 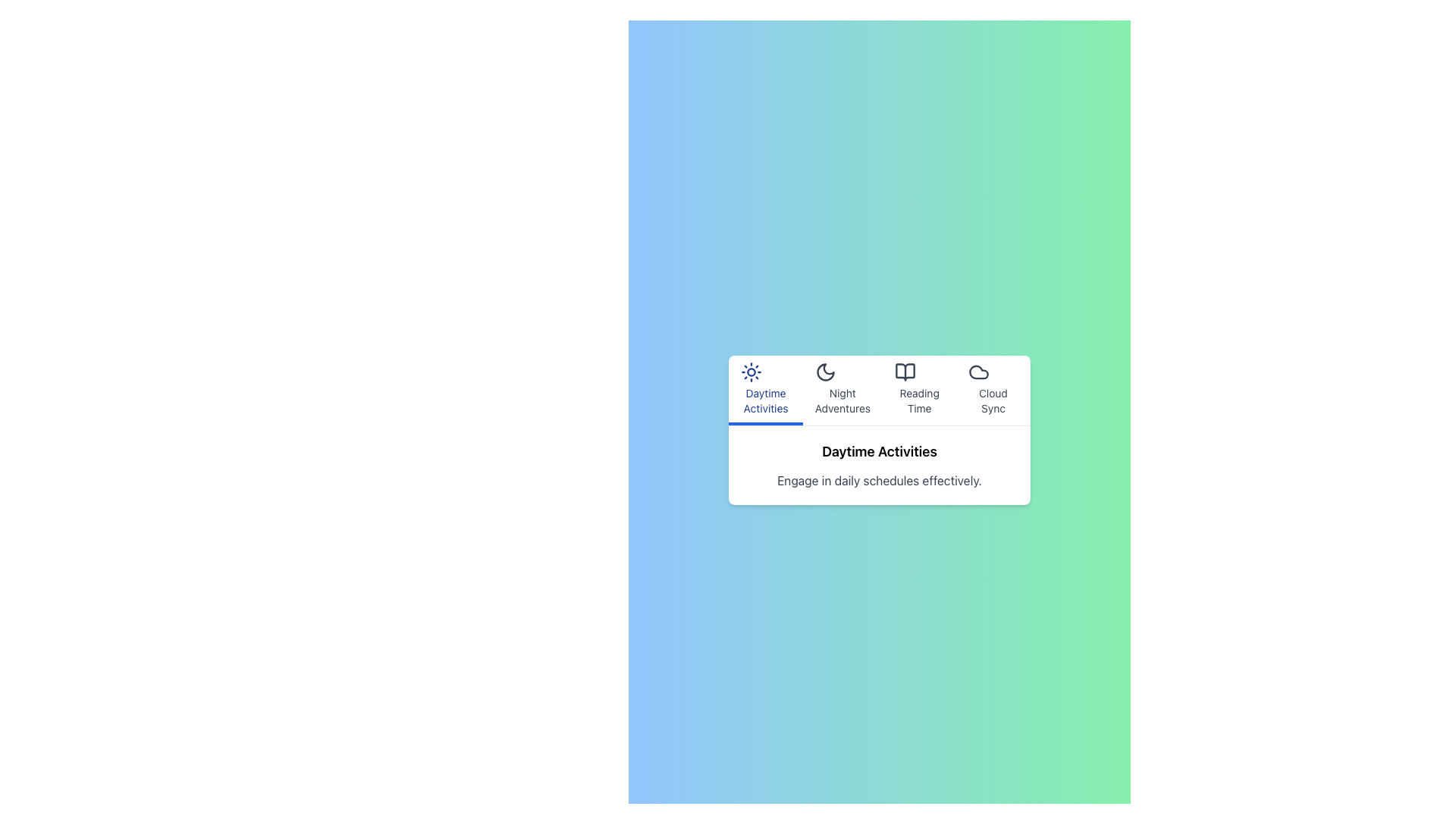 I want to click on the Text Label that serves as a title for daytime activities, positioned above the description text 'Engage in daily schedules effectively.', so click(x=880, y=450).